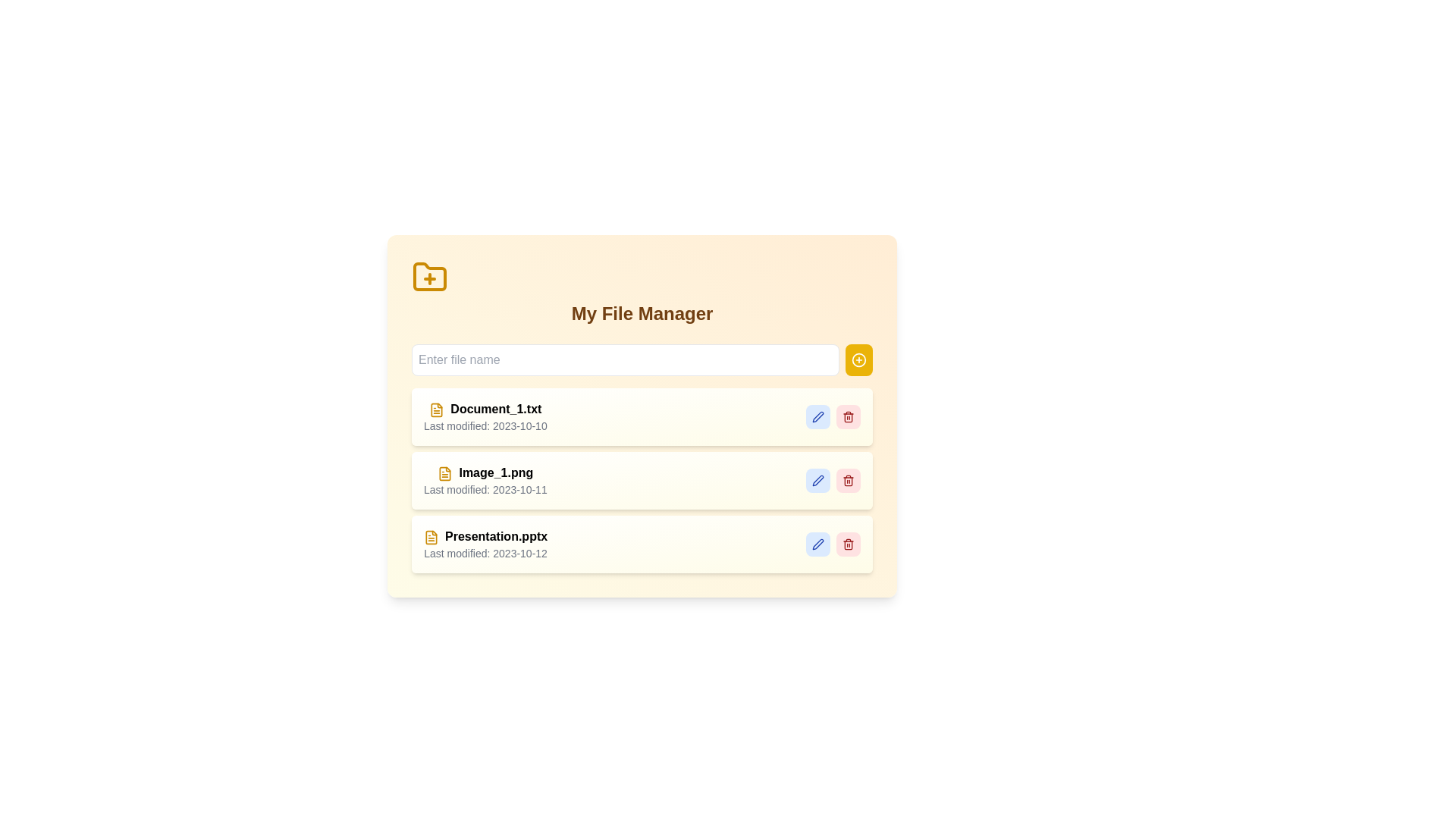  What do you see at coordinates (817, 480) in the screenshot?
I see `the edit button icon located to the left of the red trash icon, which initiates the edit action for the associated file 'Image_1.png'` at bounding box center [817, 480].